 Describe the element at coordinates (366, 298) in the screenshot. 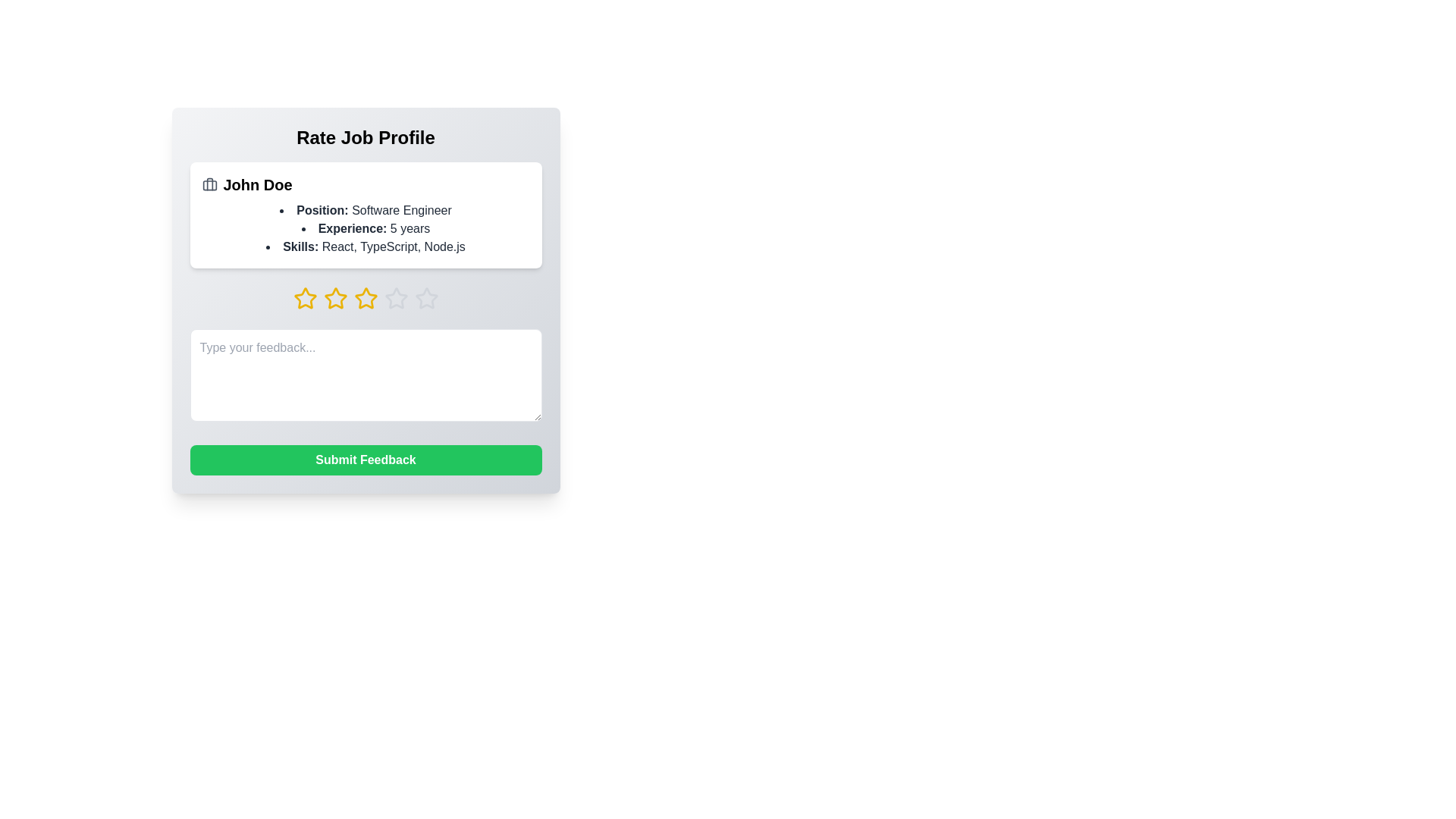

I see `the highlighted third star in the rating system under the 'Rate Job Profile' section` at that location.